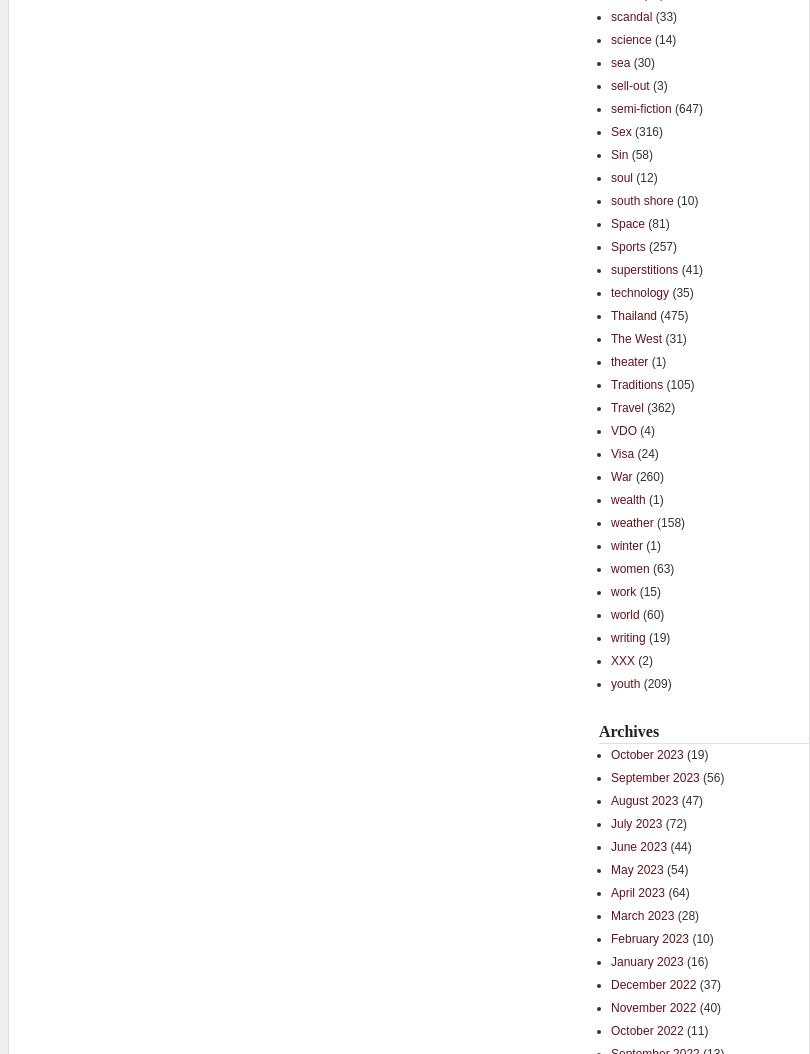  I want to click on '(209)', so click(654, 682).